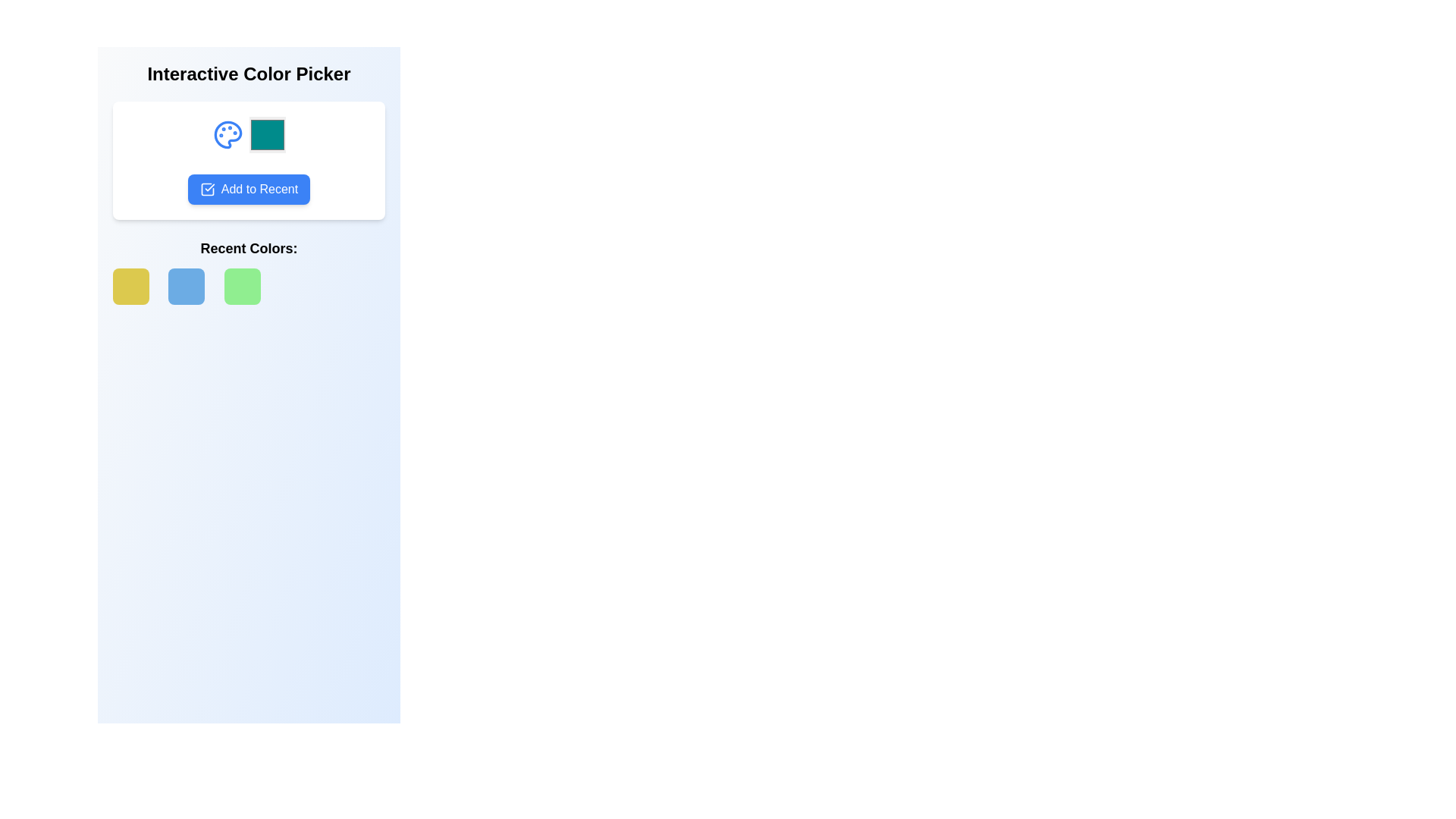  What do you see at coordinates (241, 287) in the screenshot?
I see `to select the light green color indicator box, which is the third square from the left in a row of five components in the 'Recent Colors' section` at bounding box center [241, 287].